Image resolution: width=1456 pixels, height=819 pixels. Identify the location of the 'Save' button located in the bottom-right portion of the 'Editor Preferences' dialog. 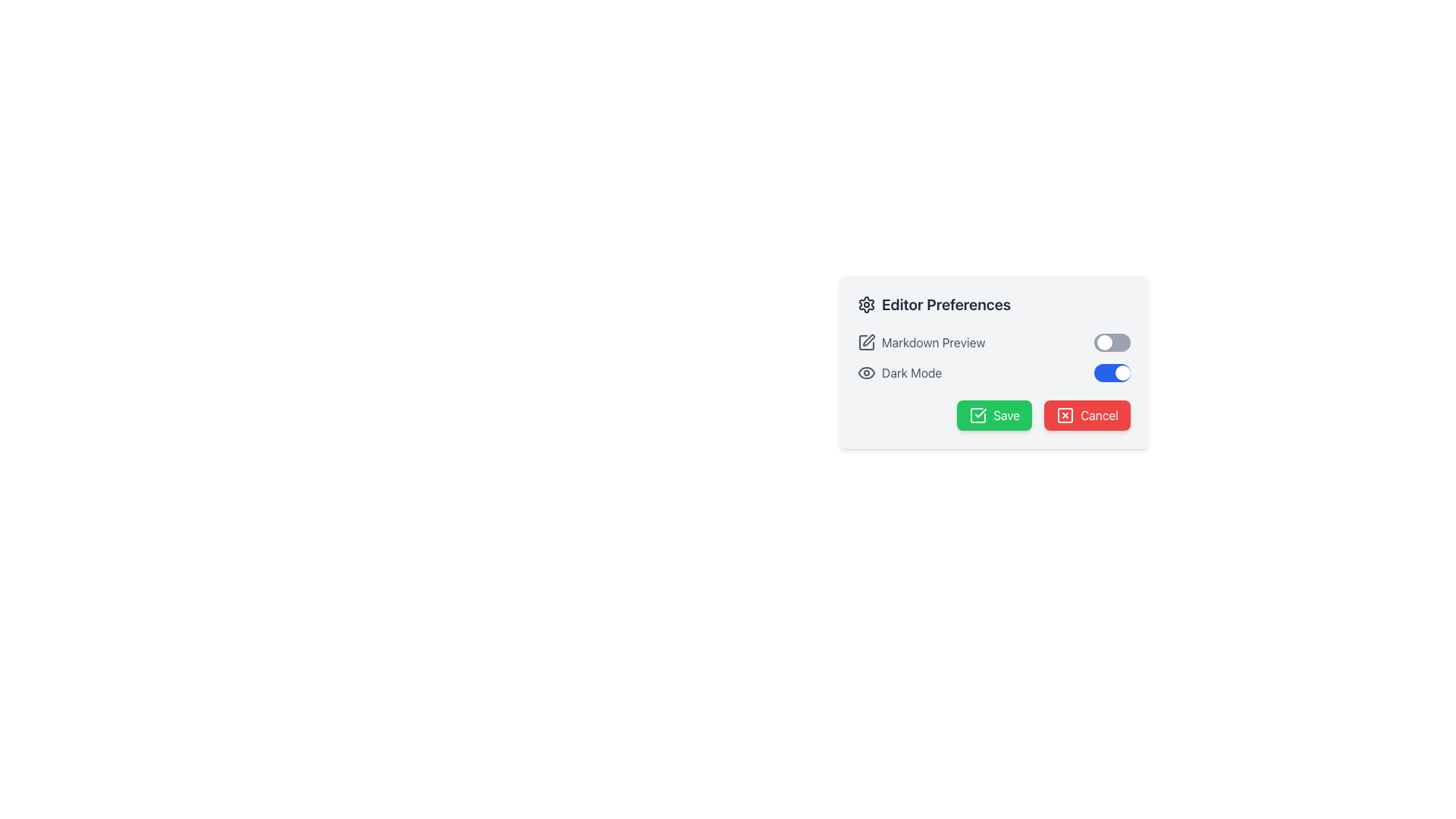
(994, 415).